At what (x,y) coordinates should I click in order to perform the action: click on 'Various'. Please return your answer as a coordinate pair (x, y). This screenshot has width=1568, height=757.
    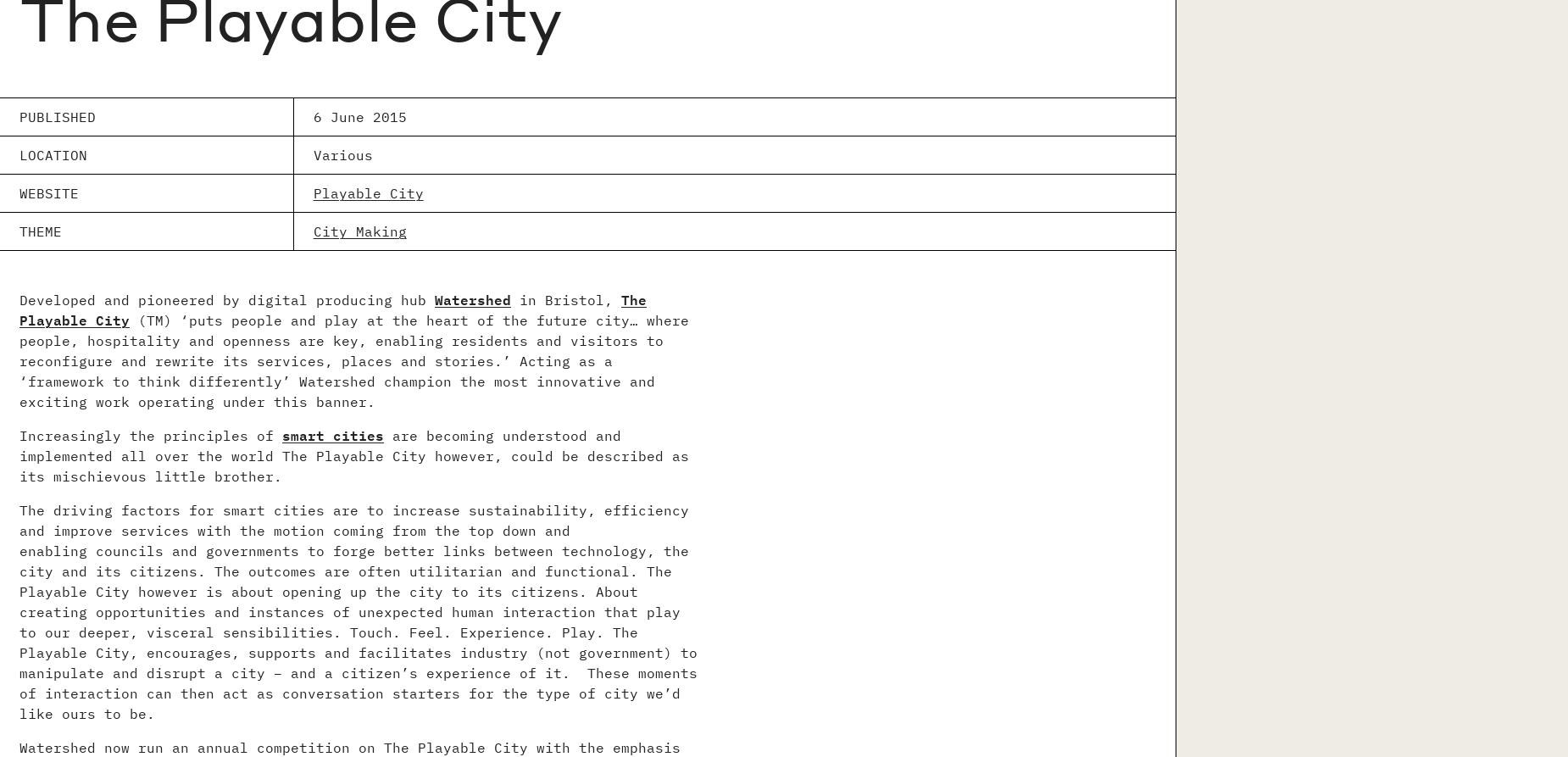
    Looking at the image, I should click on (342, 153).